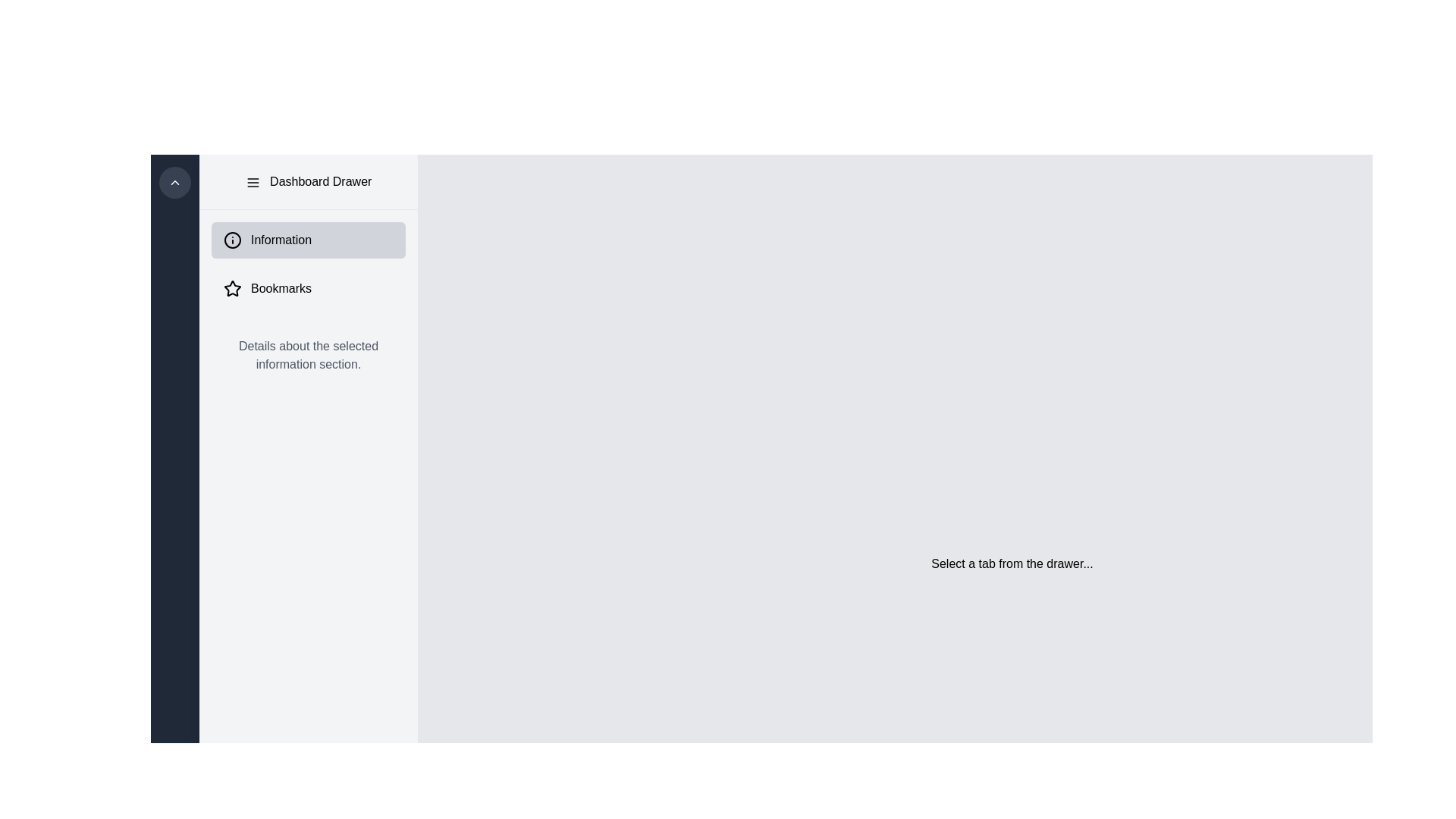 Image resolution: width=1456 pixels, height=819 pixels. I want to click on the star icon located to the left of the 'Bookmarks' text within the Dashboard Drawer navigation section, so click(232, 288).